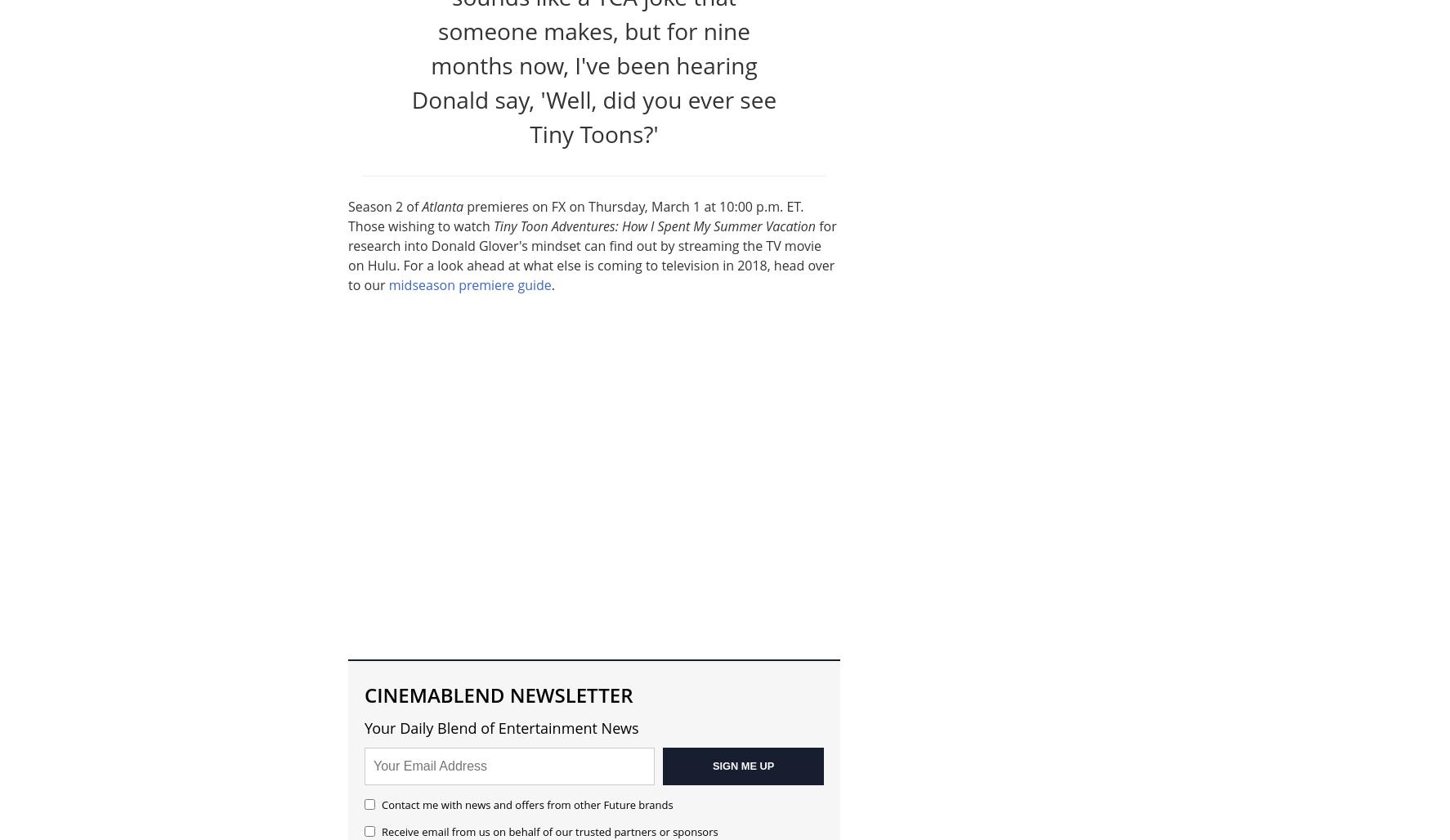 This screenshot has width=1450, height=840. I want to click on 'Season 2 of', so click(384, 204).